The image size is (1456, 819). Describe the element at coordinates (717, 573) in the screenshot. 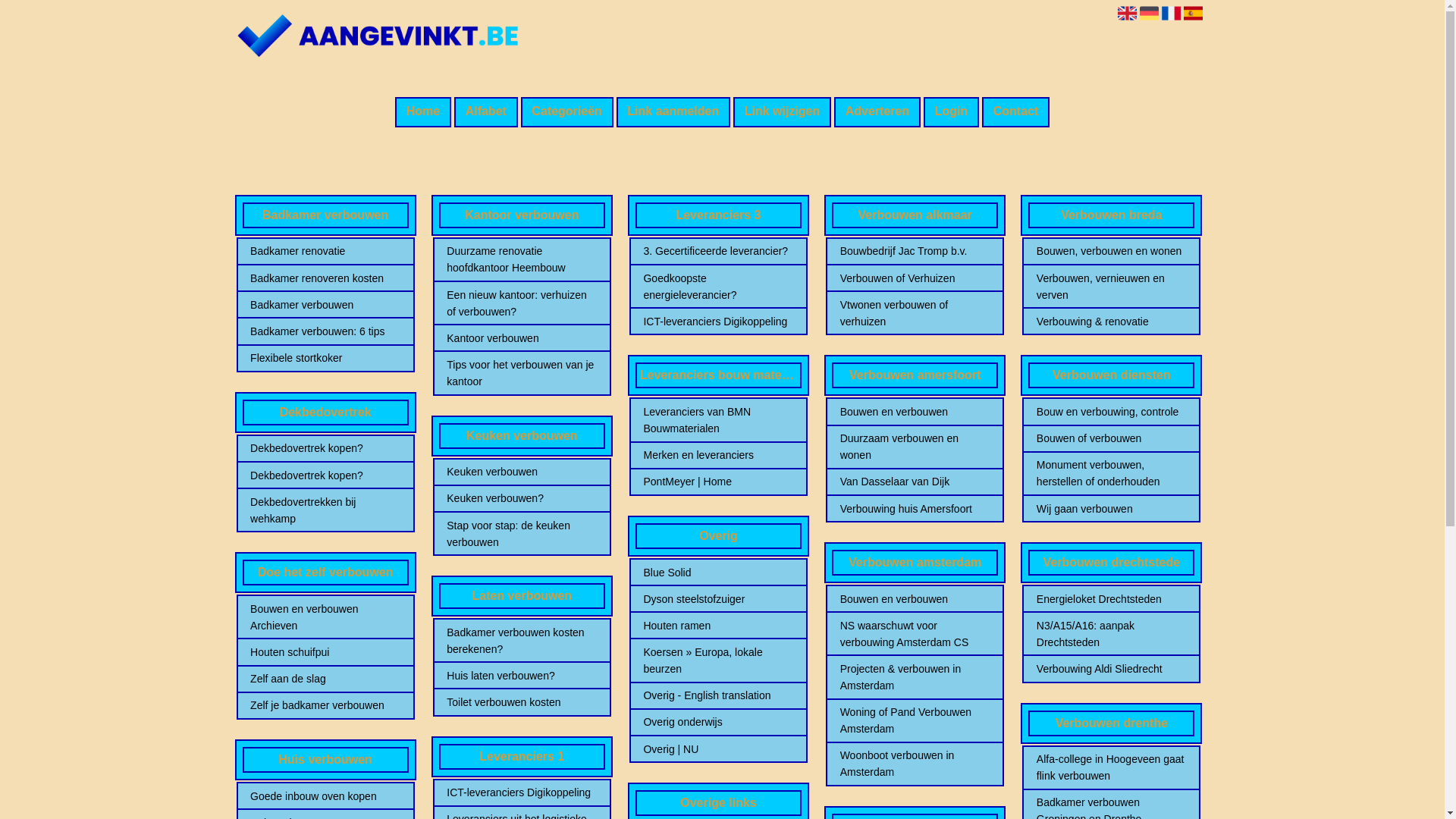

I see `'Blue Solid'` at that location.